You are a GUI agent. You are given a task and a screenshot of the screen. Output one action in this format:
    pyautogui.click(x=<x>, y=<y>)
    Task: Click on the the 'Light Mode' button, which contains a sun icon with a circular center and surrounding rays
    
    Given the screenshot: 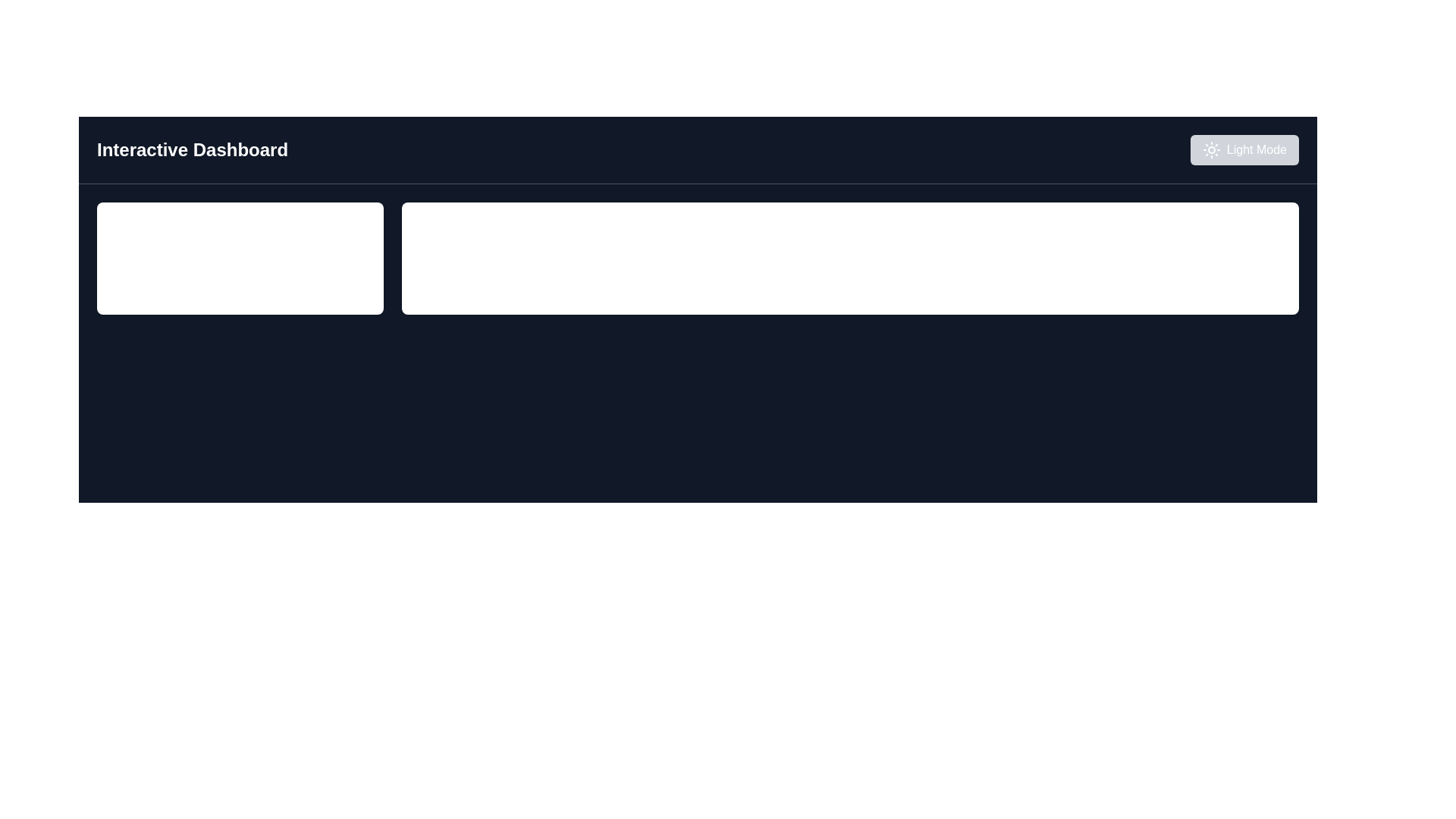 What is the action you would take?
    pyautogui.click(x=1210, y=149)
    